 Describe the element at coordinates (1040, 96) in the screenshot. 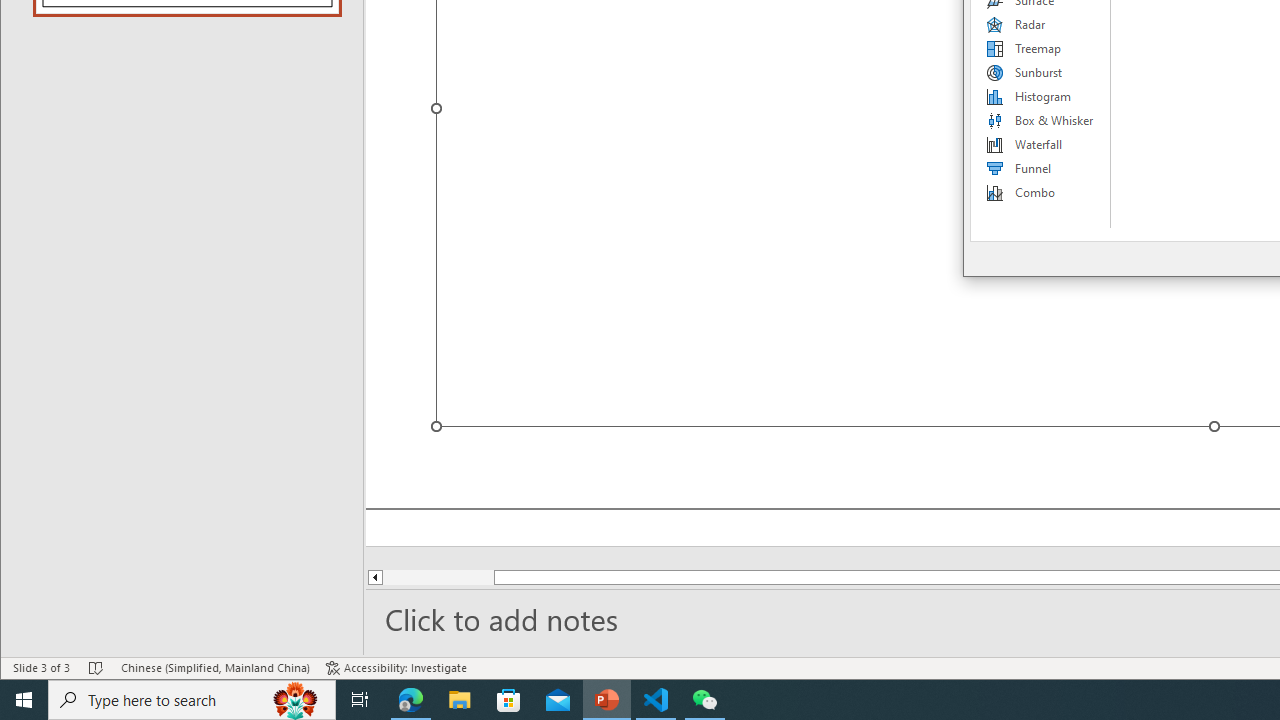

I see `'Histogram'` at that location.